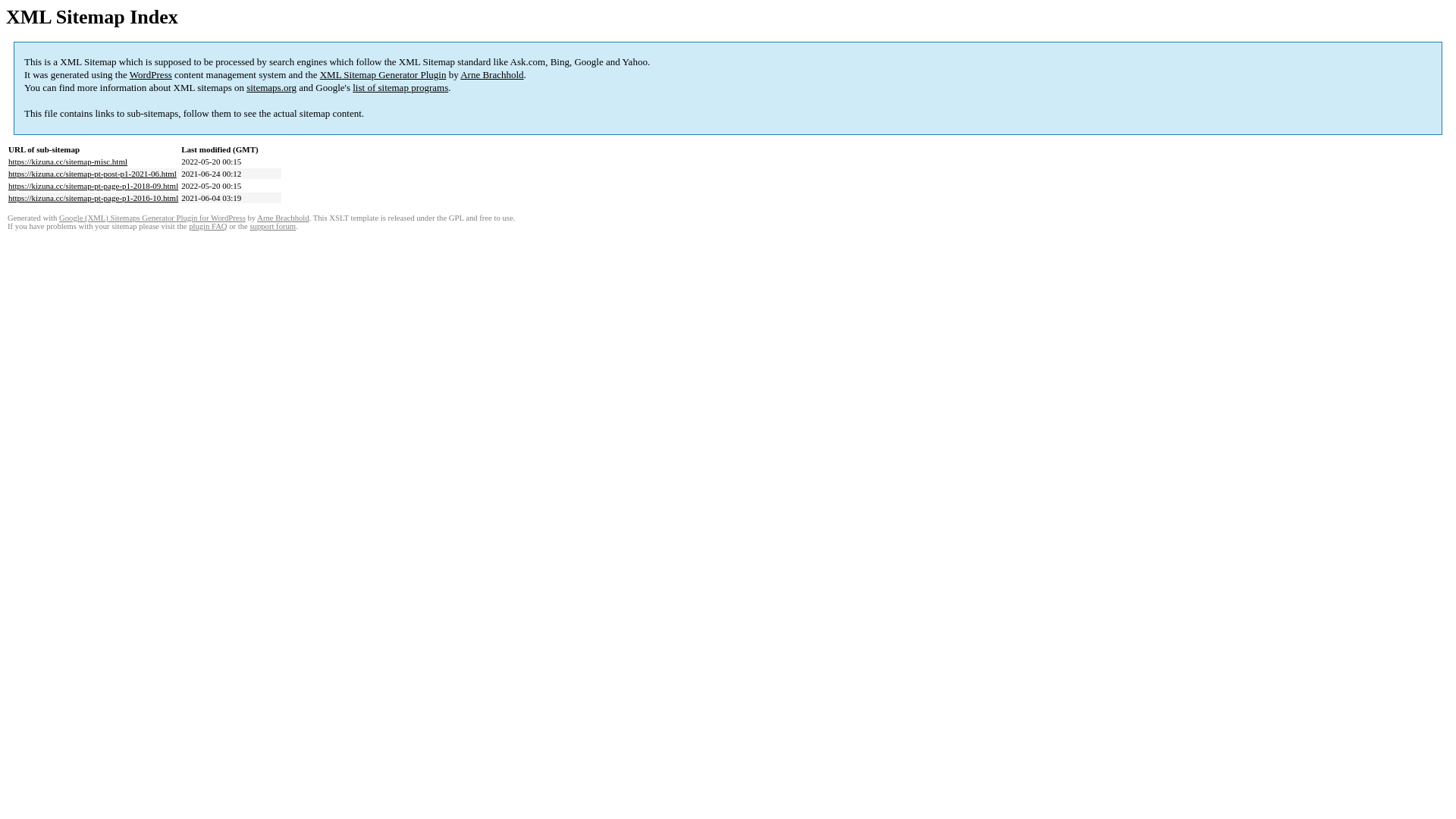 Image resolution: width=1456 pixels, height=819 pixels. What do you see at coordinates (150, 74) in the screenshot?
I see `'WordPress'` at bounding box center [150, 74].